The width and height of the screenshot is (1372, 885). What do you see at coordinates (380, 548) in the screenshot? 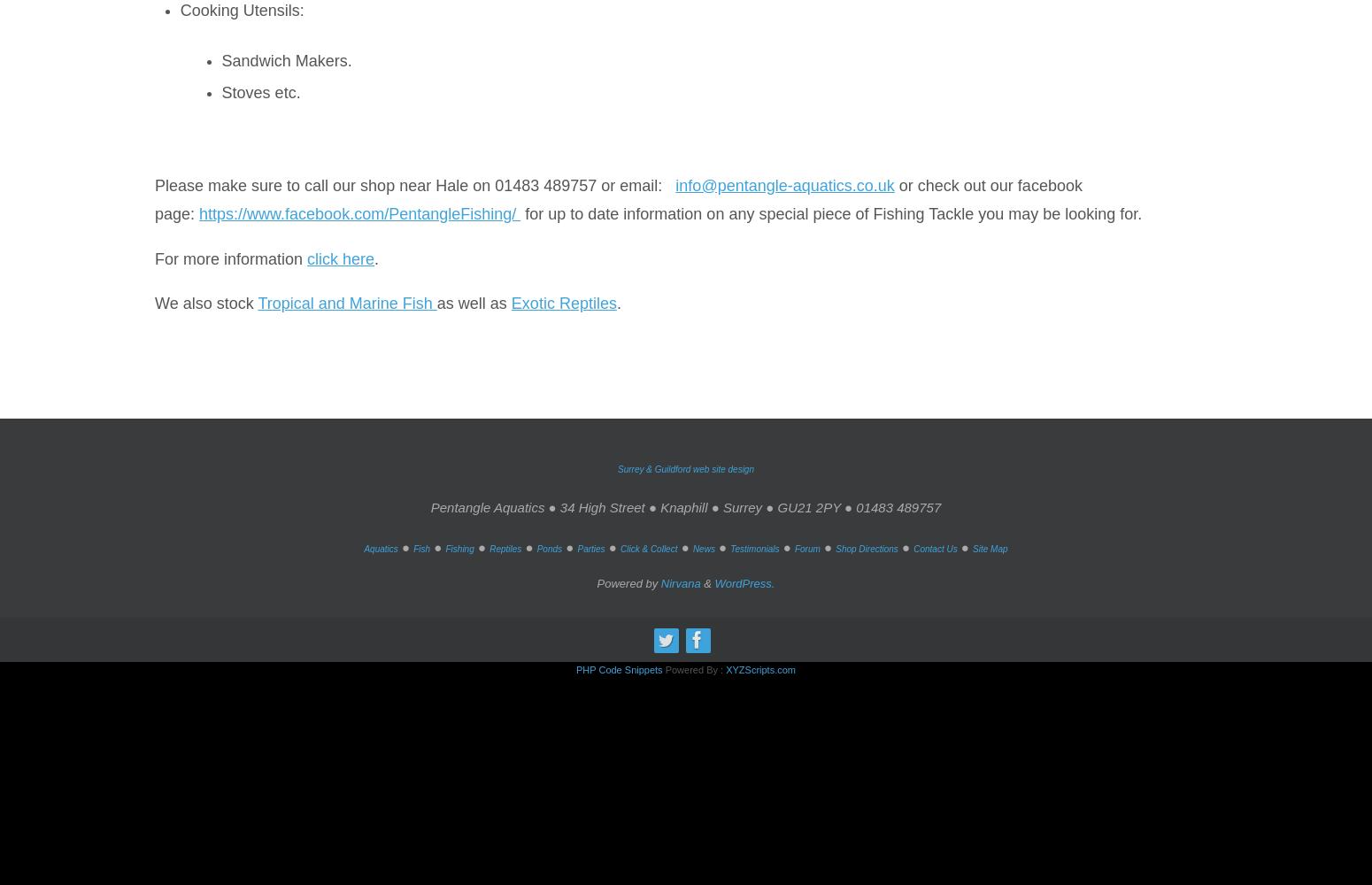
I see `'Aquatics'` at bounding box center [380, 548].